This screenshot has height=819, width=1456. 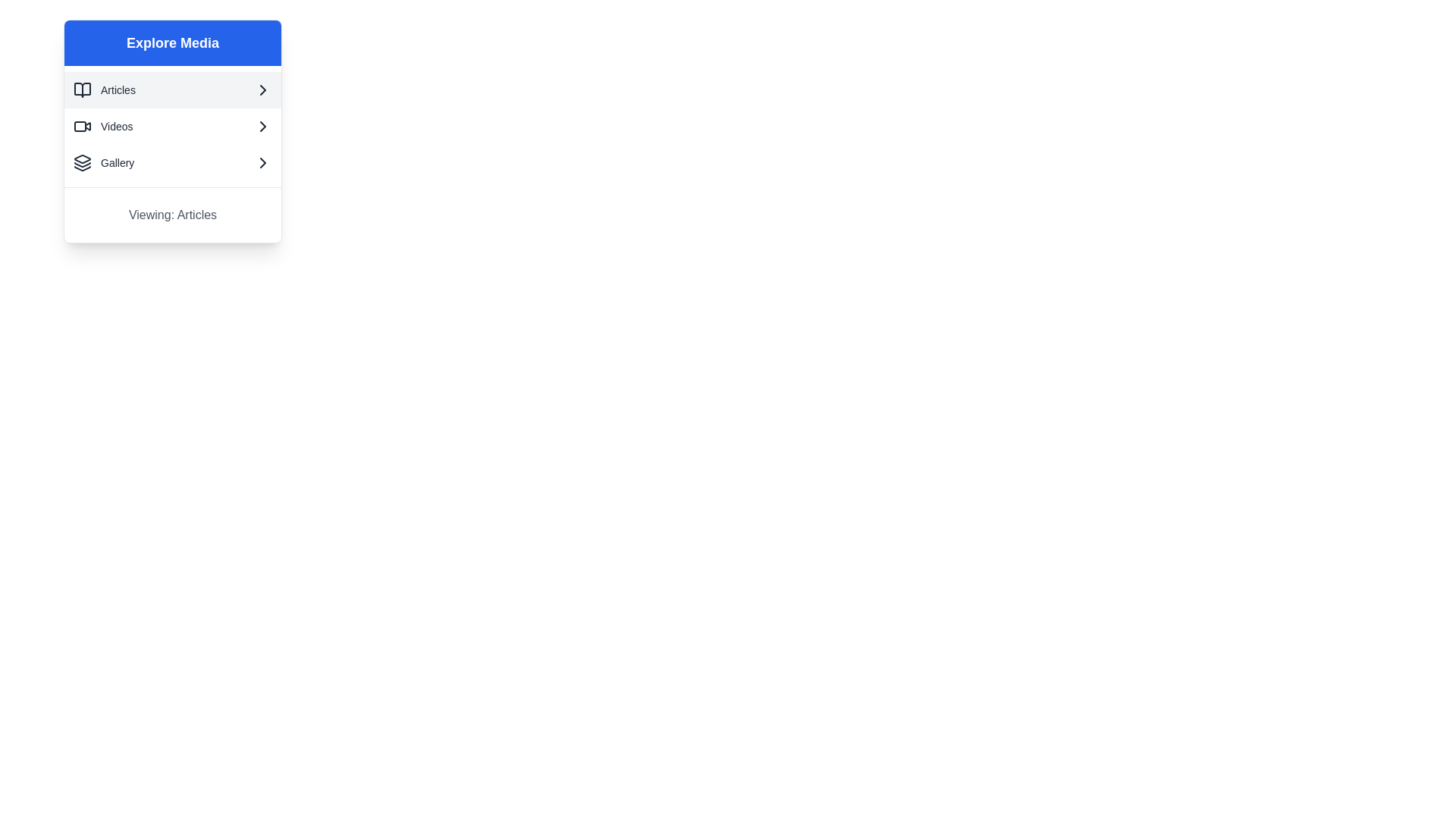 I want to click on the rightward-pointing chevron icon located to the right of the 'Videos' text, so click(x=262, y=125).